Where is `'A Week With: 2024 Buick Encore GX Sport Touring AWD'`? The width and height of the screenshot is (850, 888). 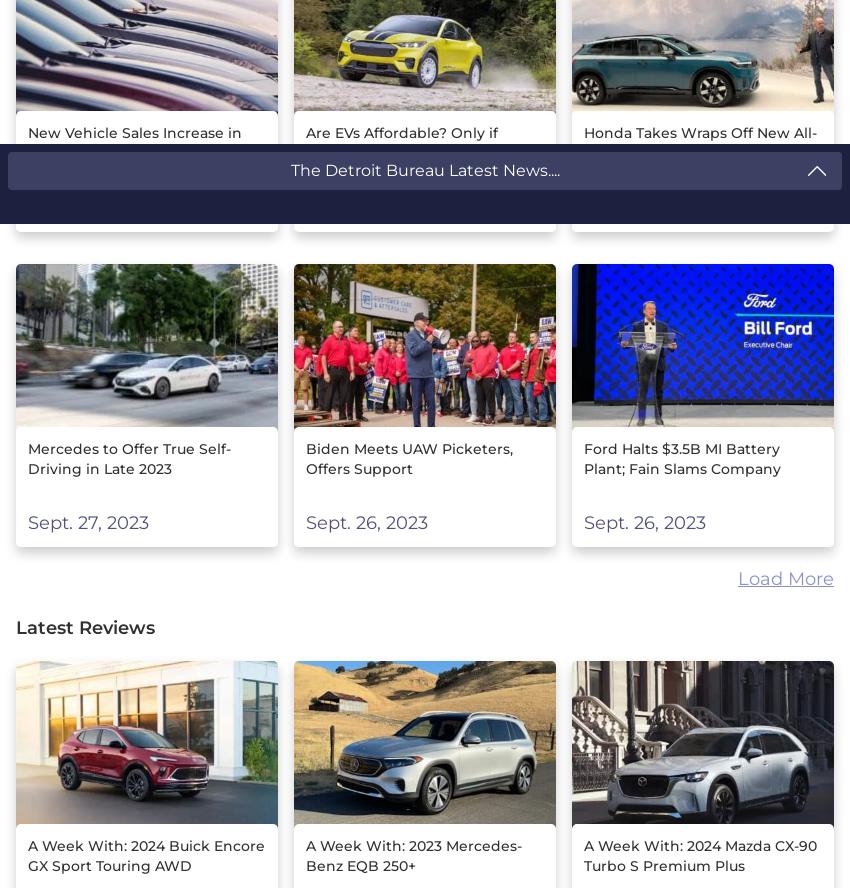
'A Week With: 2024 Buick Encore GX Sport Touring AWD' is located at coordinates (146, 853).